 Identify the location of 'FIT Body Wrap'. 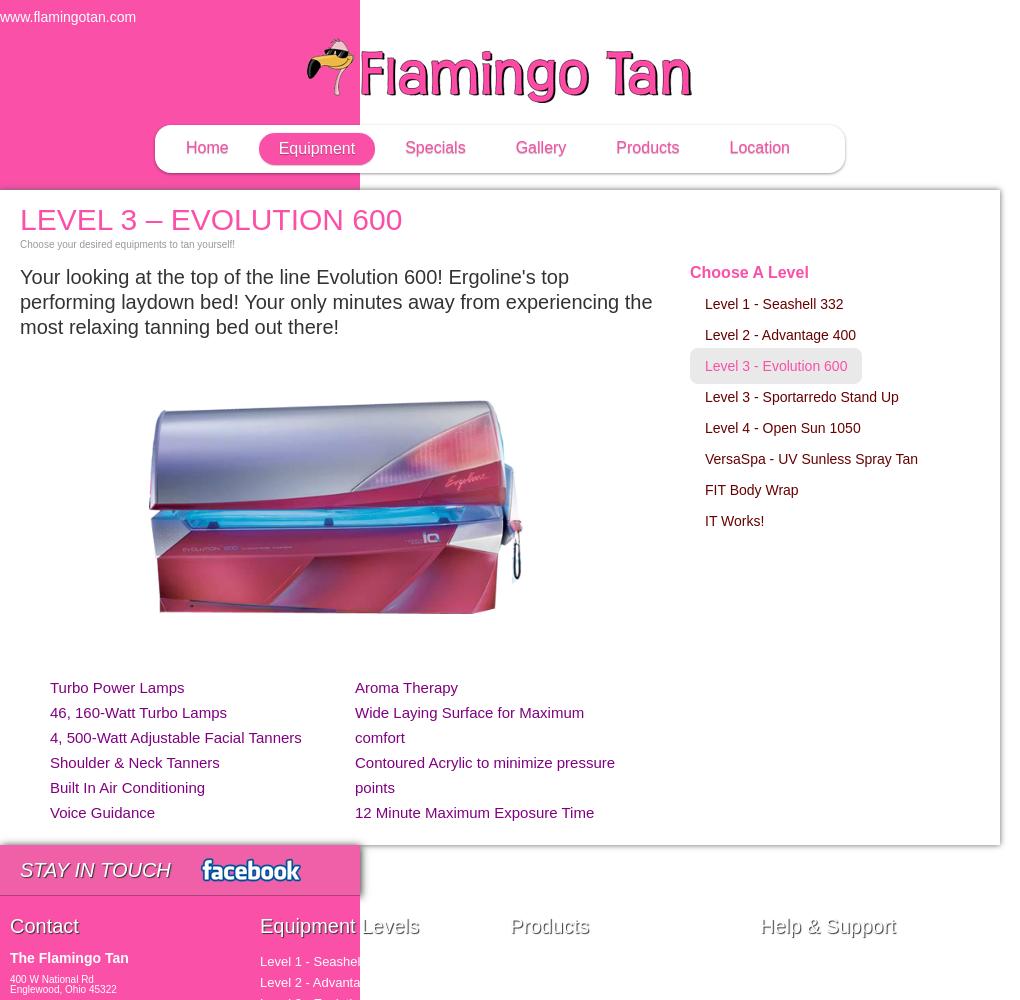
(704, 489).